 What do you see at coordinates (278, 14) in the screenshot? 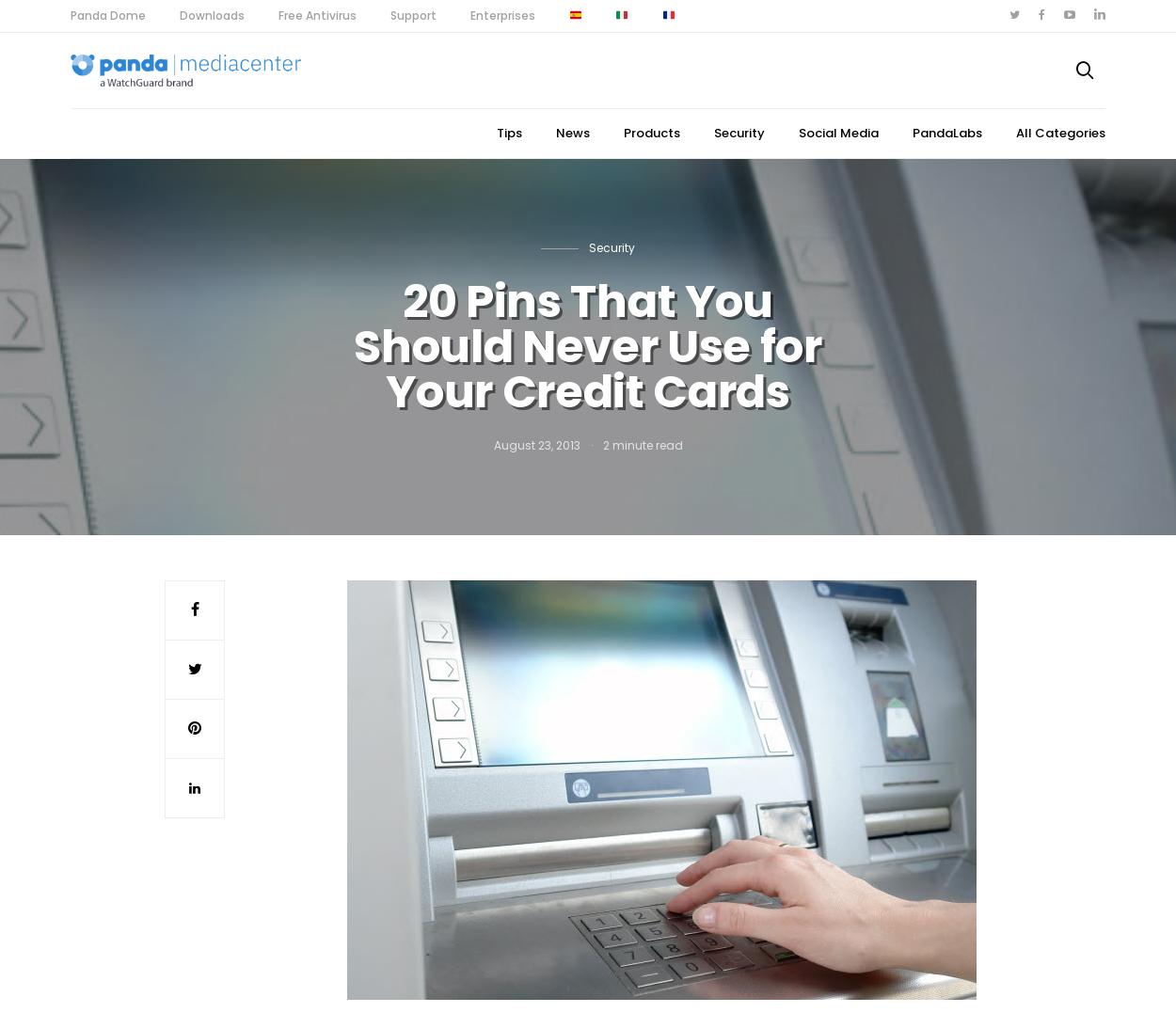
I see `'Free Antivirus'` at bounding box center [278, 14].